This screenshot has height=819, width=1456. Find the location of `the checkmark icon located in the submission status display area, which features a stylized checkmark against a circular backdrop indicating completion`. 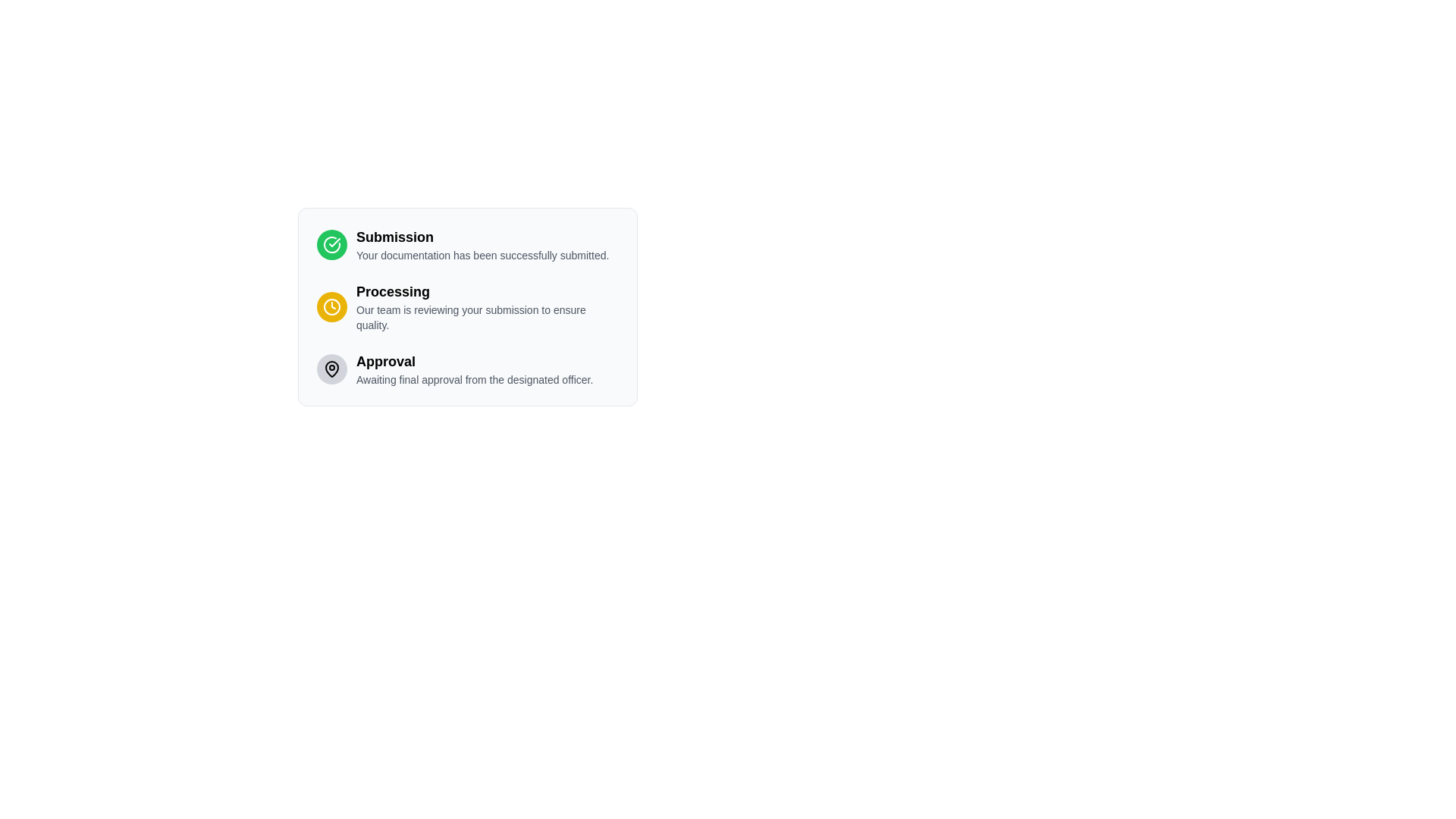

the checkmark icon located in the submission status display area, which features a stylized checkmark against a circular backdrop indicating completion is located at coordinates (334, 242).